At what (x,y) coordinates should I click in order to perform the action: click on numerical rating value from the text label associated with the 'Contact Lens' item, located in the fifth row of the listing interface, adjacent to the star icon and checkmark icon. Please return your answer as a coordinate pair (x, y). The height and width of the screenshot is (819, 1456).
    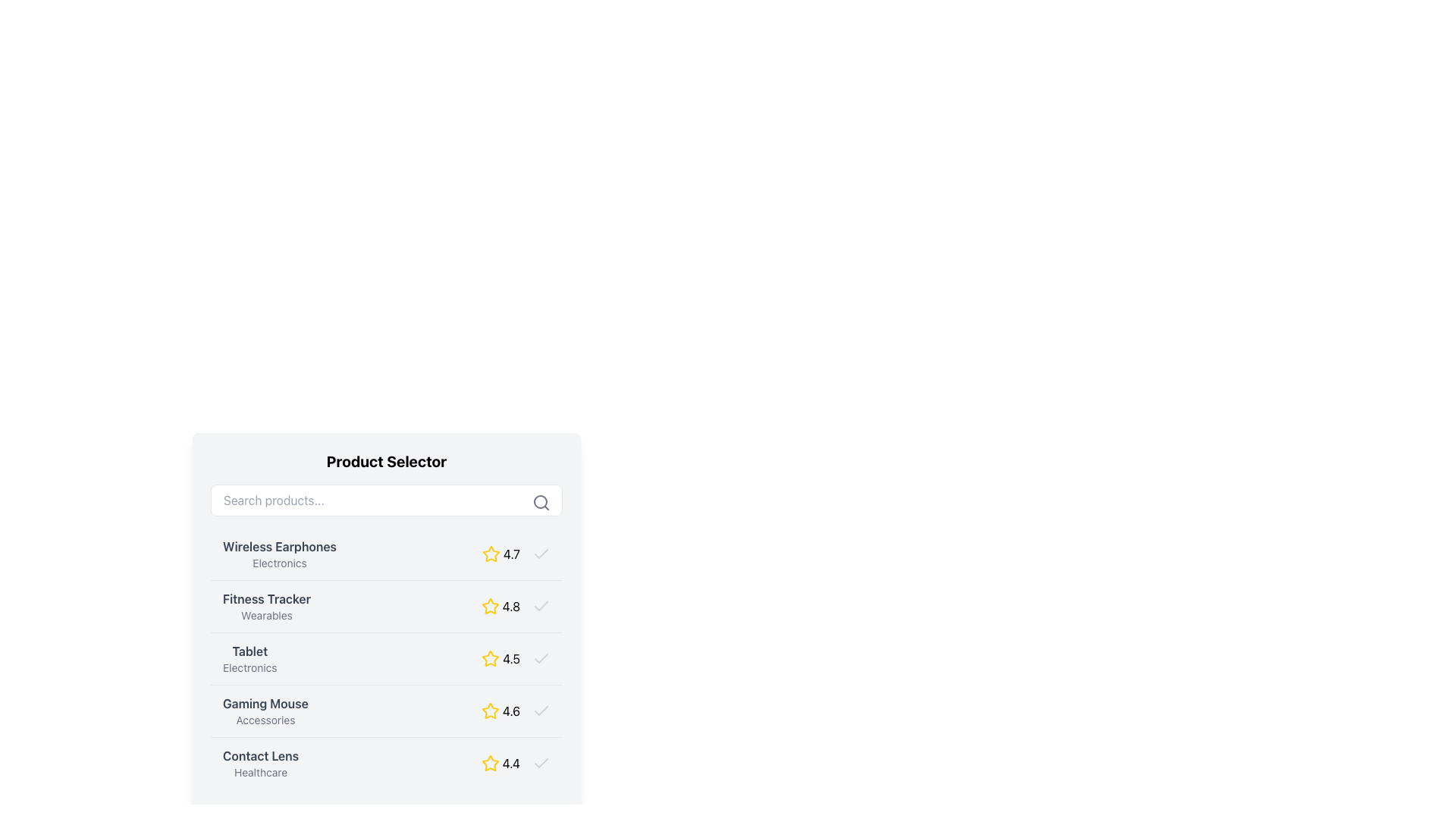
    Looking at the image, I should click on (511, 763).